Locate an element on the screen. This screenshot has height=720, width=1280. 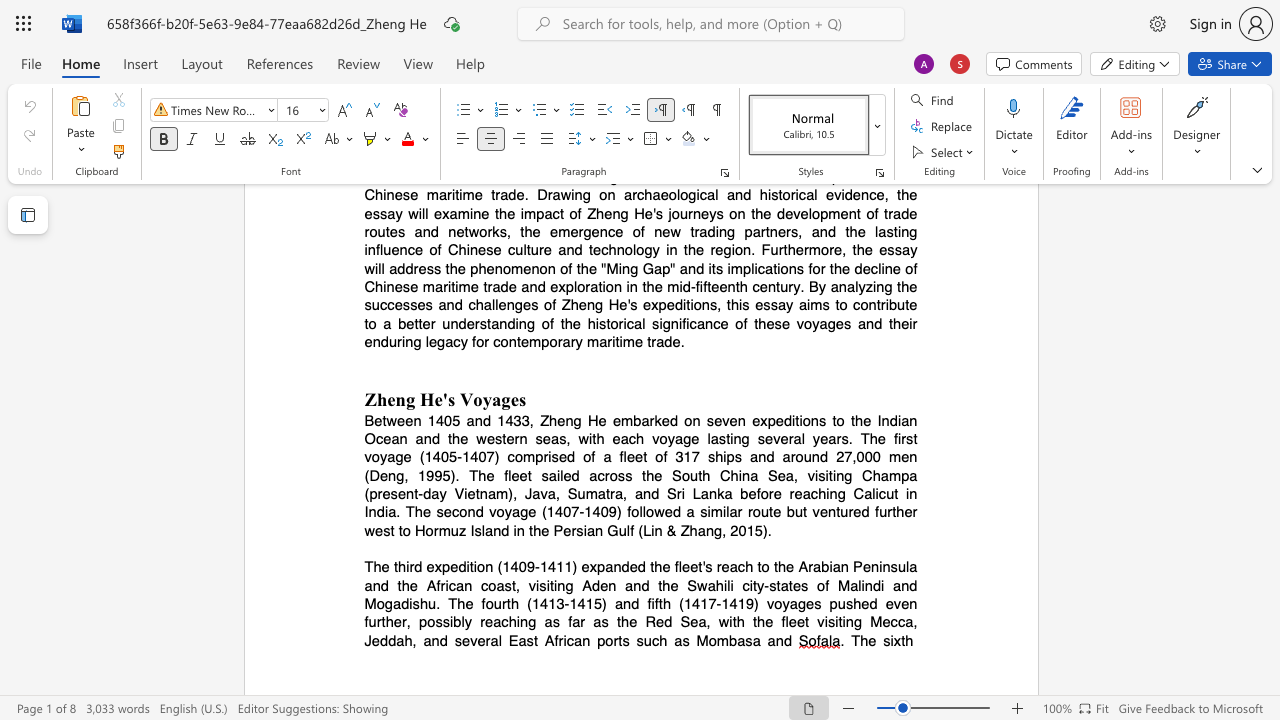
the subset text "The first voyag" within the text "Between 1405 and 1433, Zheng He embarked on seven expeditions to the Indian Ocean and the western seas, with each voyage lasting several years. The first voyage (1405-1407)" is located at coordinates (860, 437).